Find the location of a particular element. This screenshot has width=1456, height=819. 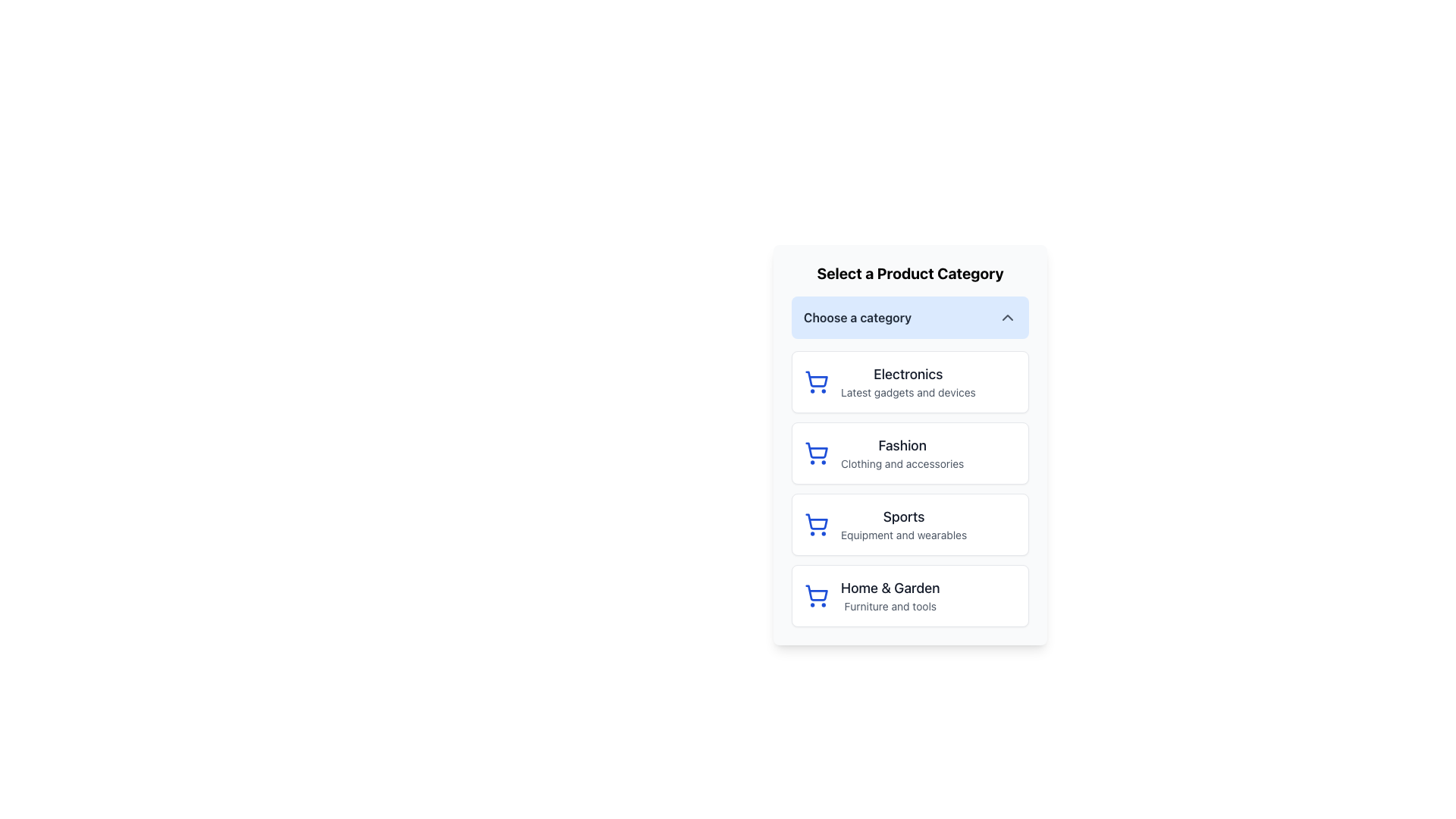

the 'Home & Garden' category option, which is a rectangular button-like element with a white background, rounded corners, and an icon resembling a shopping cart is located at coordinates (910, 595).